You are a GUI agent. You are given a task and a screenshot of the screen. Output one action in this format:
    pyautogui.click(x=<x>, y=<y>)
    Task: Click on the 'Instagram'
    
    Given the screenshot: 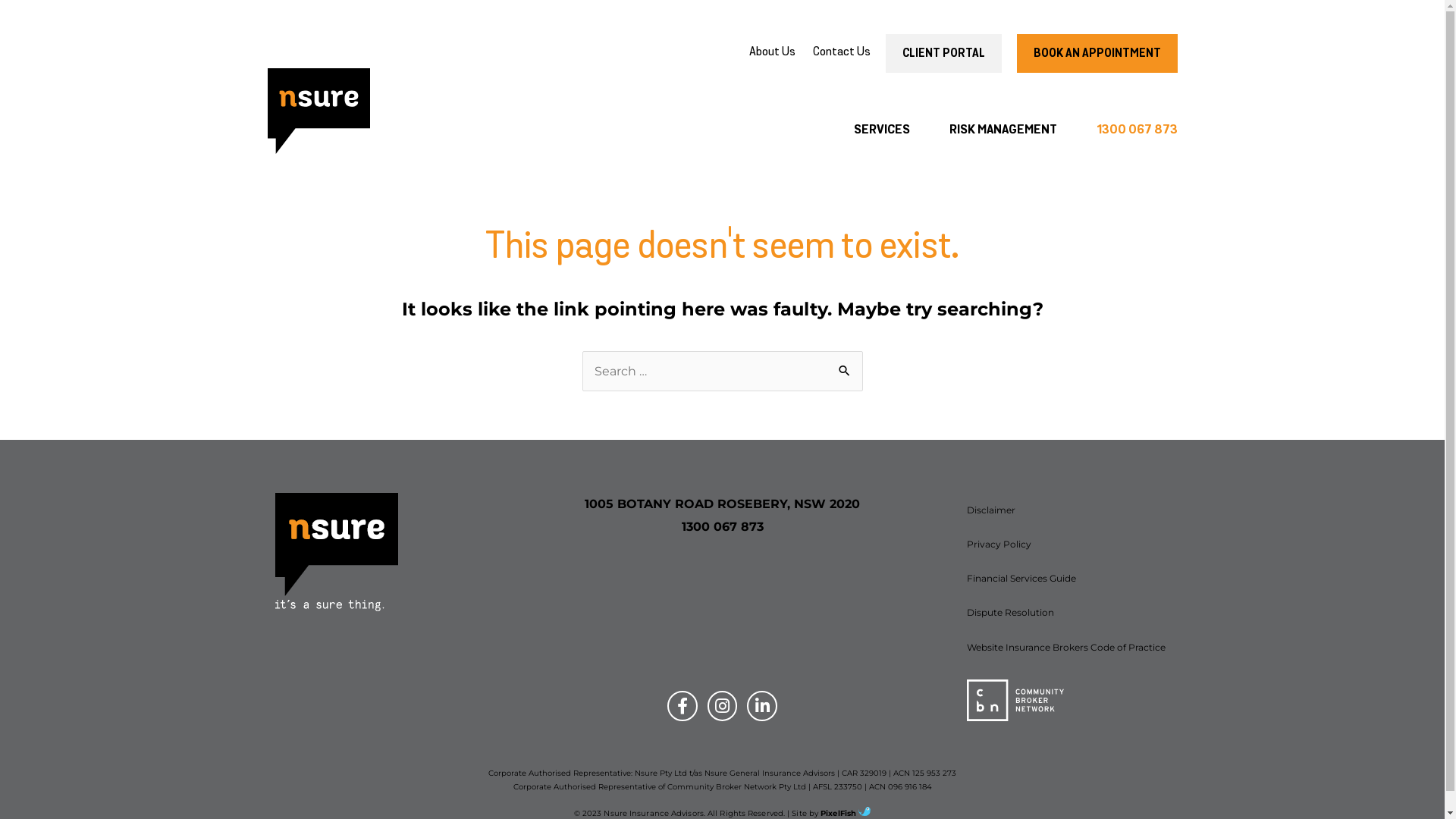 What is the action you would take?
    pyautogui.click(x=722, y=705)
    